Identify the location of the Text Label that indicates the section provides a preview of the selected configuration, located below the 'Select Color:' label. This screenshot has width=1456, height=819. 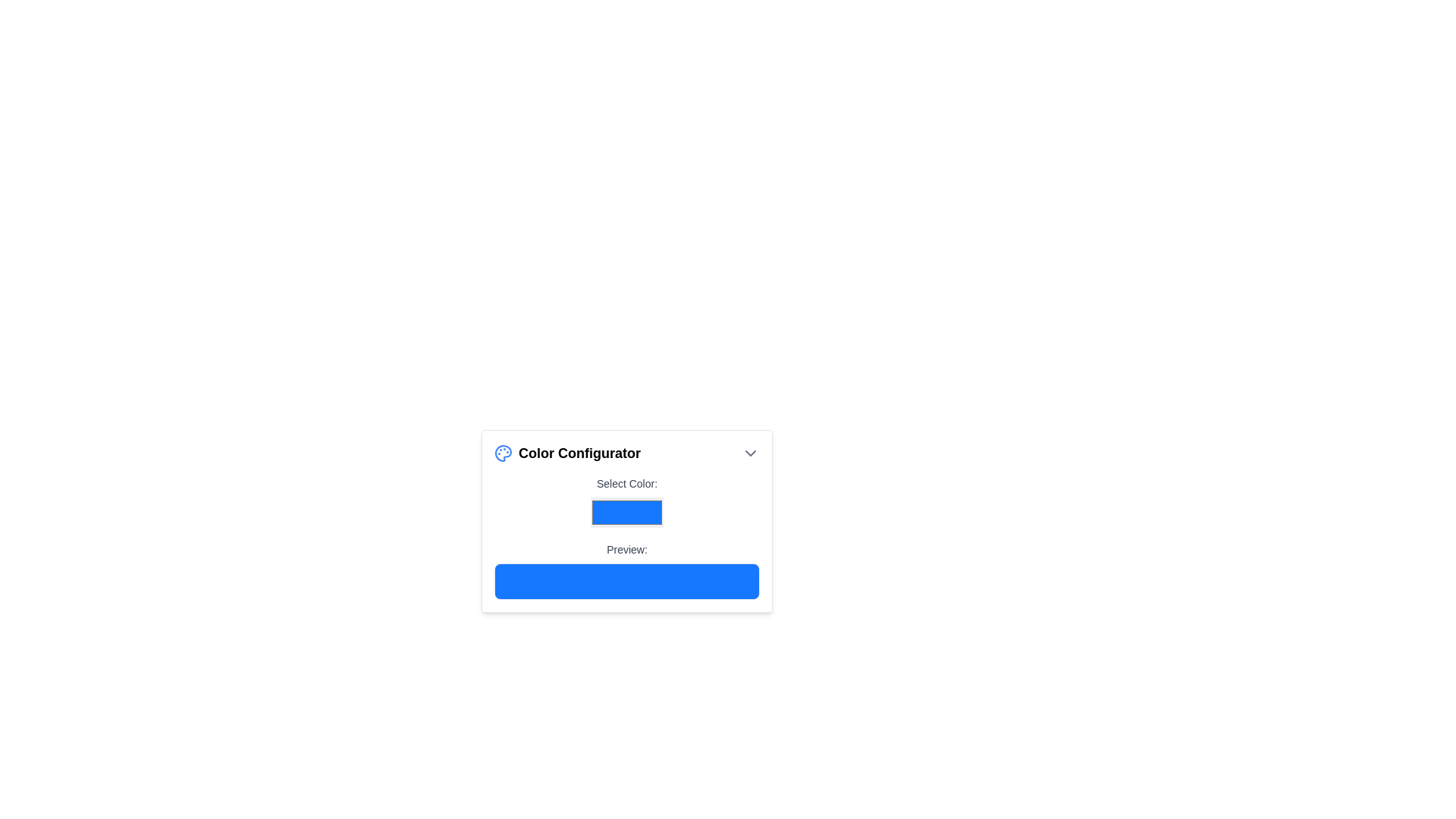
(626, 550).